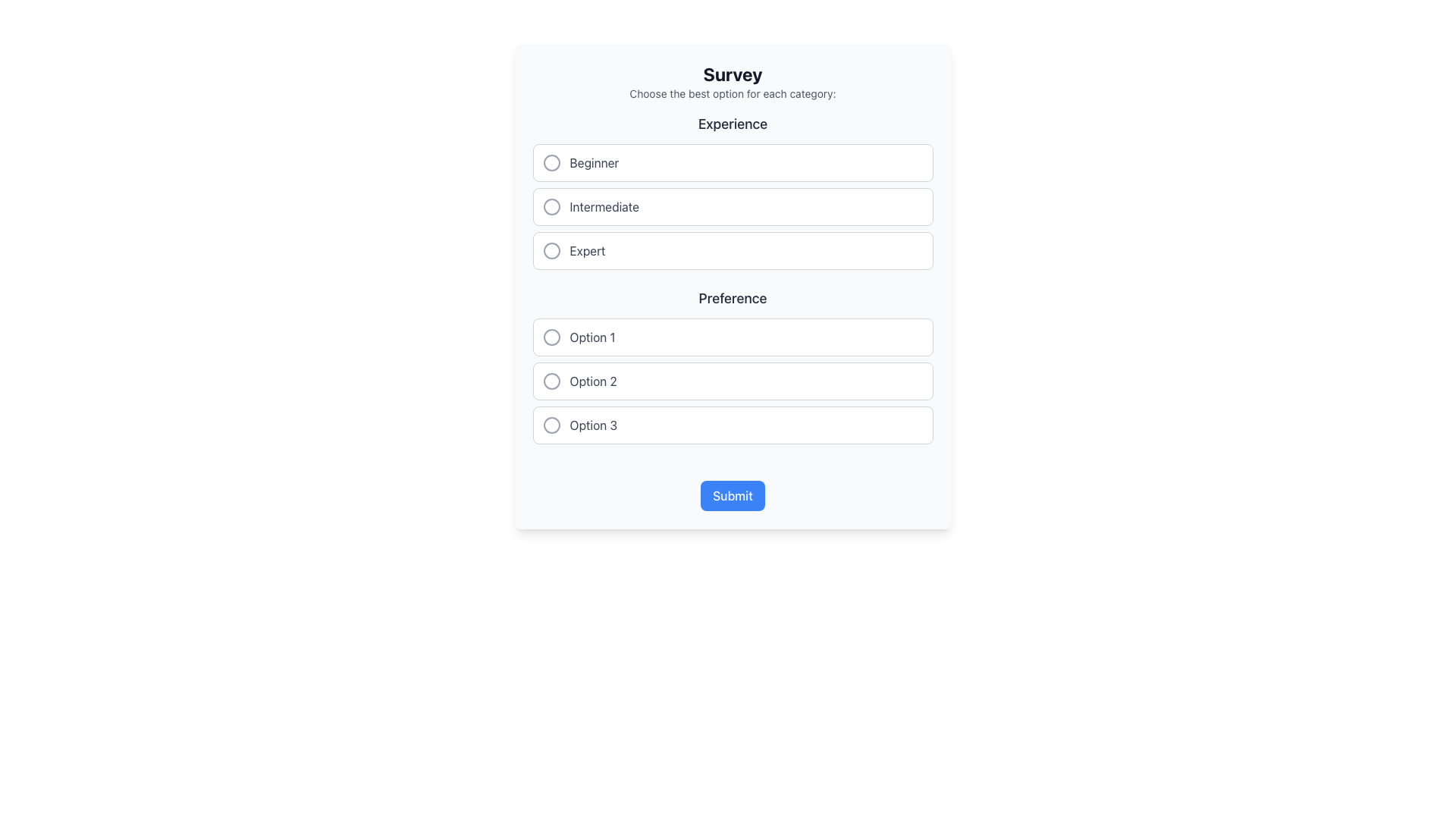 Image resolution: width=1456 pixels, height=819 pixels. Describe the element at coordinates (551, 425) in the screenshot. I see `the unchecked Radio button located to the left of 'Option 3' in the 'Preference' section` at that location.